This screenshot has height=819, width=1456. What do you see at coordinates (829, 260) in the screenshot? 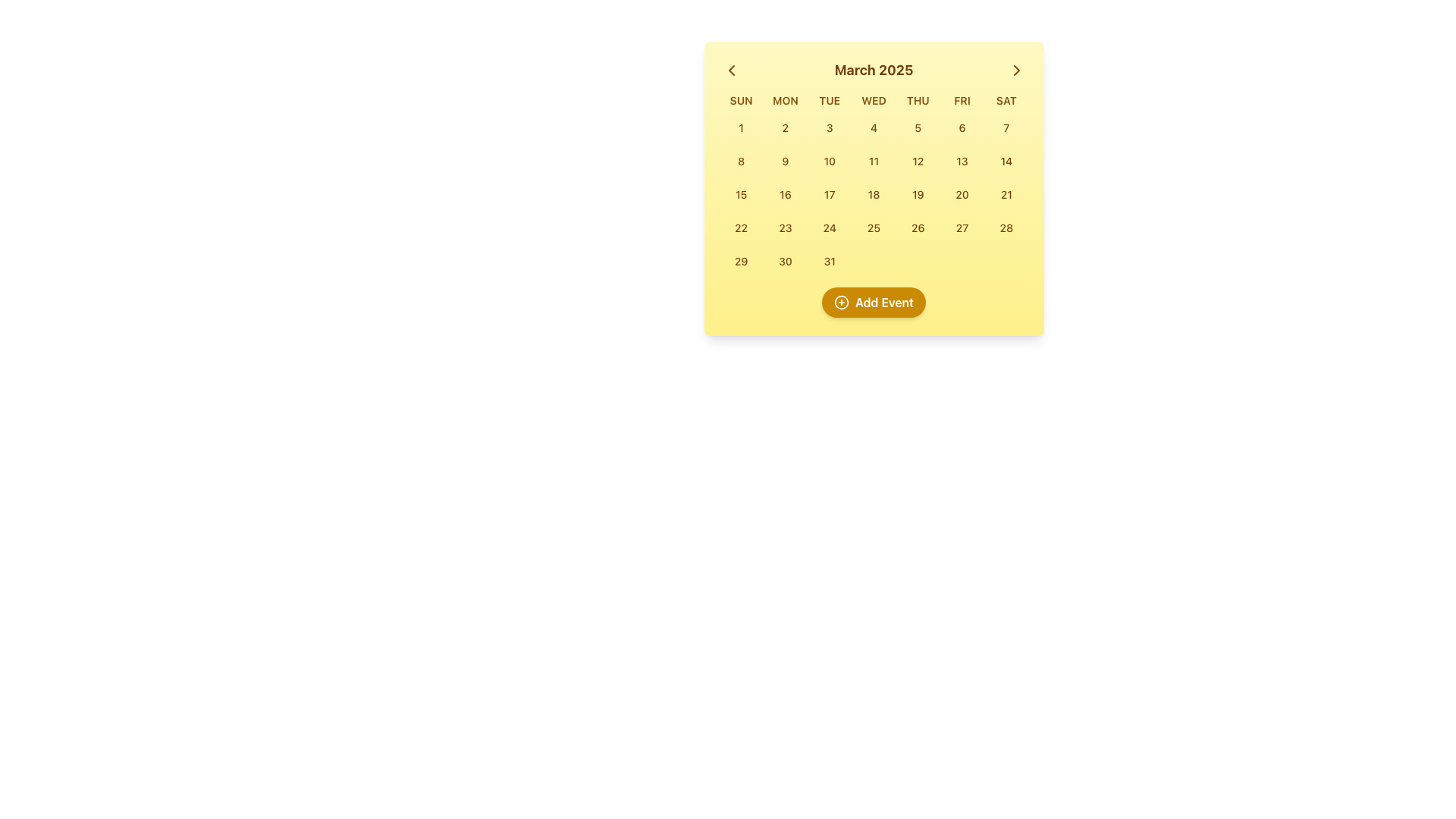
I see `the Text Display element representing the date '31' in the calendar, positioned in the last column of the calendar grid` at bounding box center [829, 260].